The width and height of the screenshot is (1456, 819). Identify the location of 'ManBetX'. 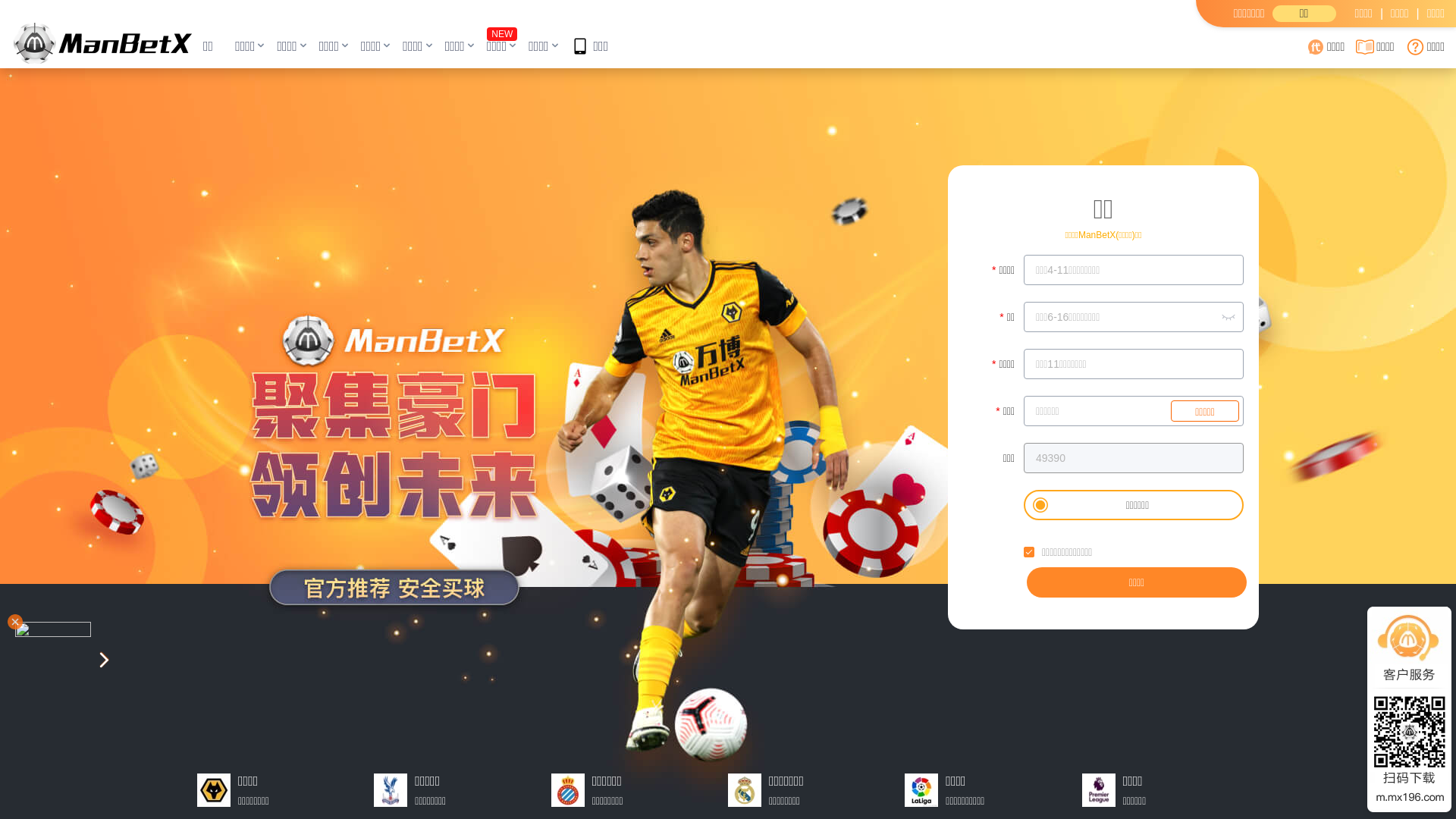
(102, 42).